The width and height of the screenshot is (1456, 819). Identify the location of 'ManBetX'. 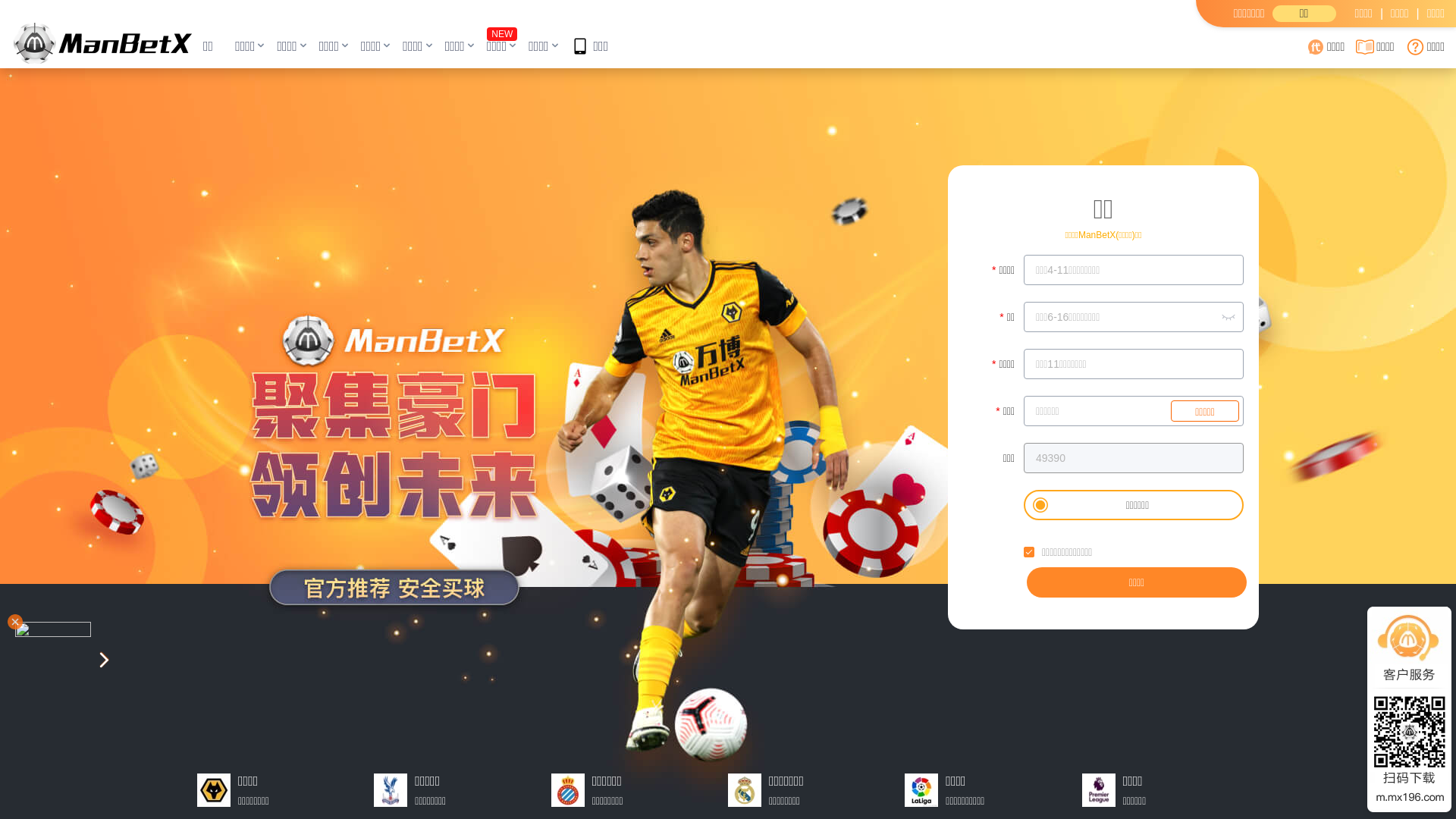
(102, 42).